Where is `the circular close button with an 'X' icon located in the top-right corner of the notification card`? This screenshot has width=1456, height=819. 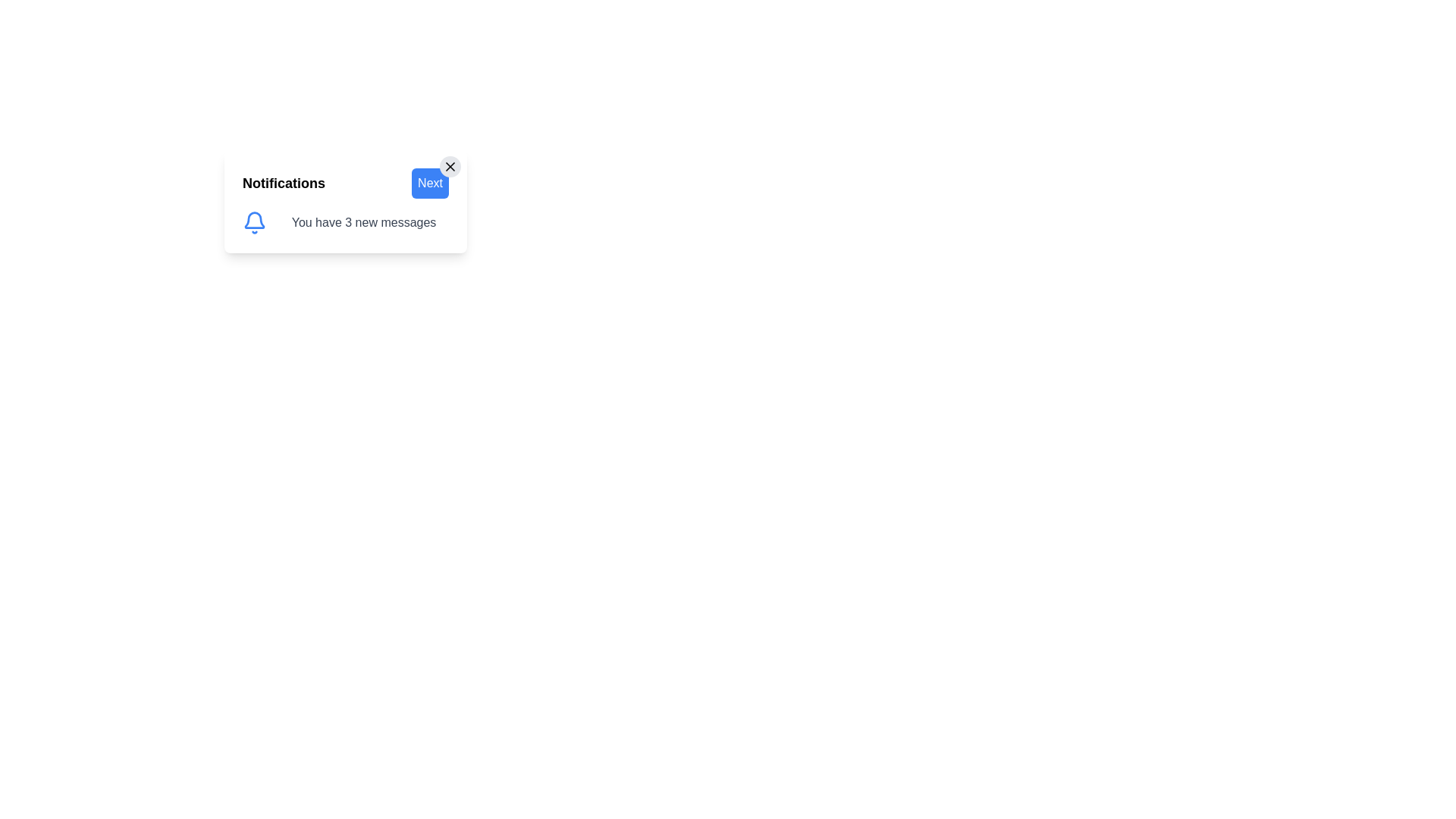 the circular close button with an 'X' icon located in the top-right corner of the notification card is located at coordinates (450, 166).